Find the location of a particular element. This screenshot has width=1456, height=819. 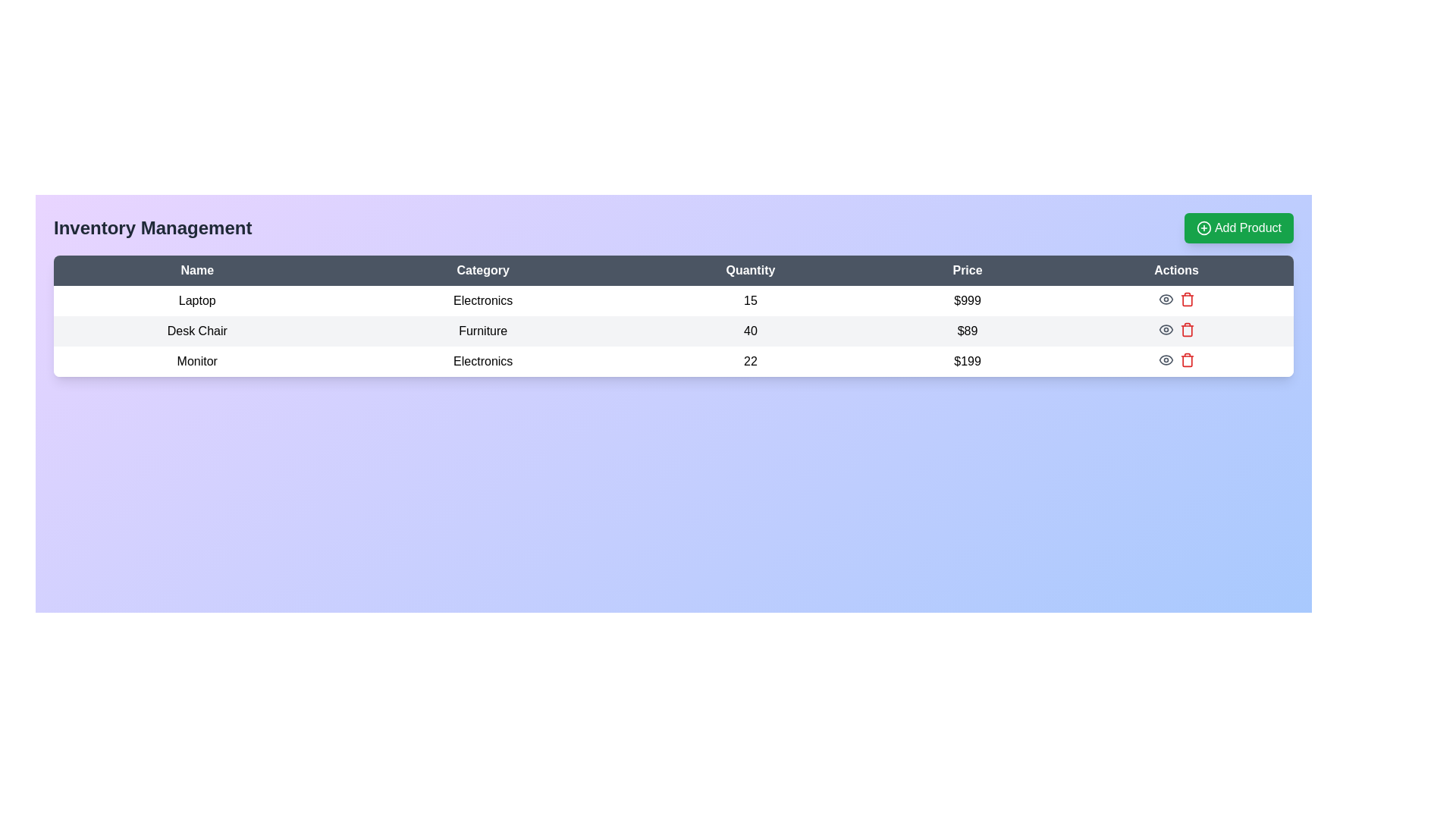

the 'Add Product' button, which contains a circular green icon at the upper-right corner of the UI is located at coordinates (1203, 227).